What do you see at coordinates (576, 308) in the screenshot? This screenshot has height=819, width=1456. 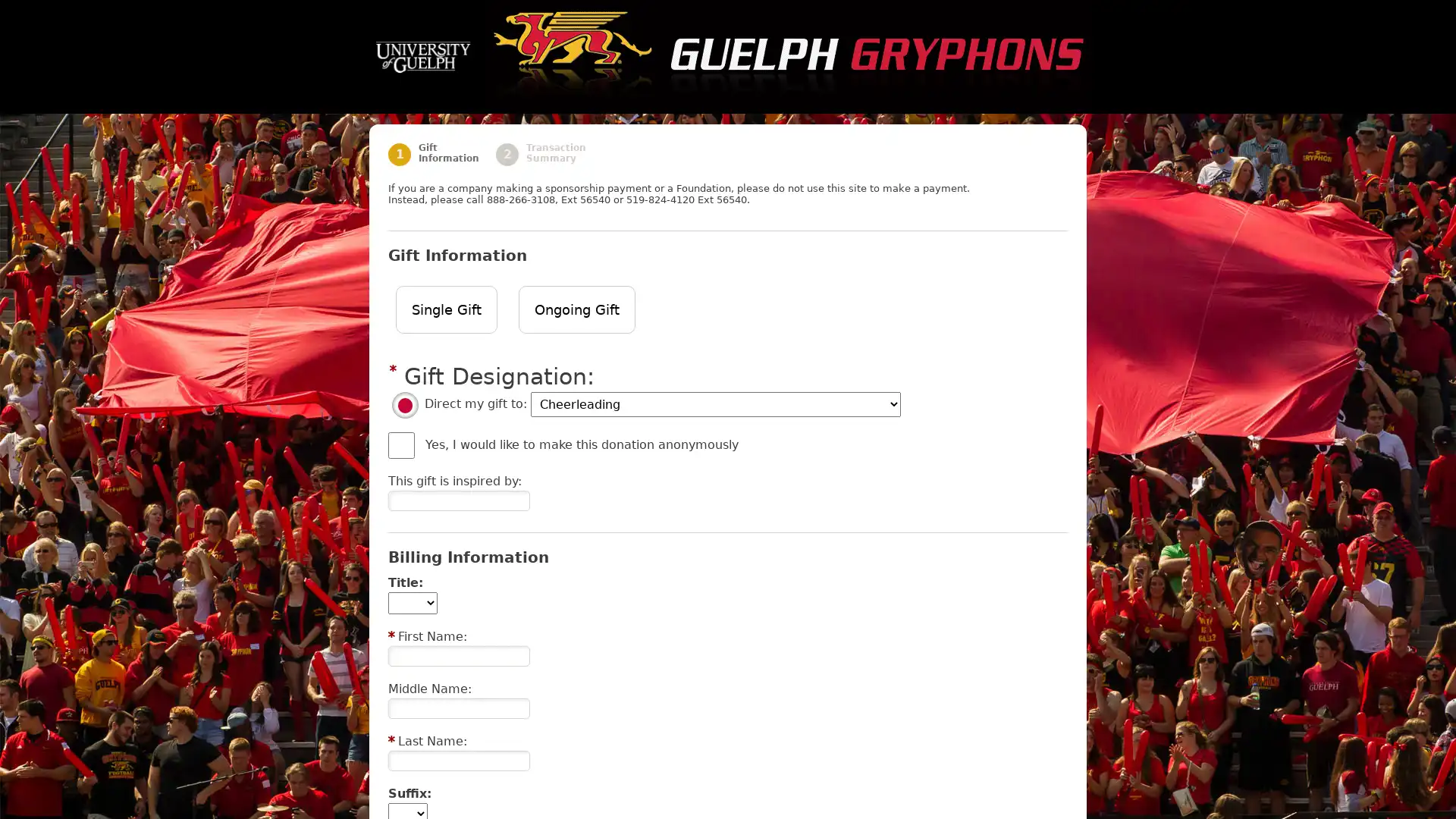 I see `Ongoing Gift` at bounding box center [576, 308].